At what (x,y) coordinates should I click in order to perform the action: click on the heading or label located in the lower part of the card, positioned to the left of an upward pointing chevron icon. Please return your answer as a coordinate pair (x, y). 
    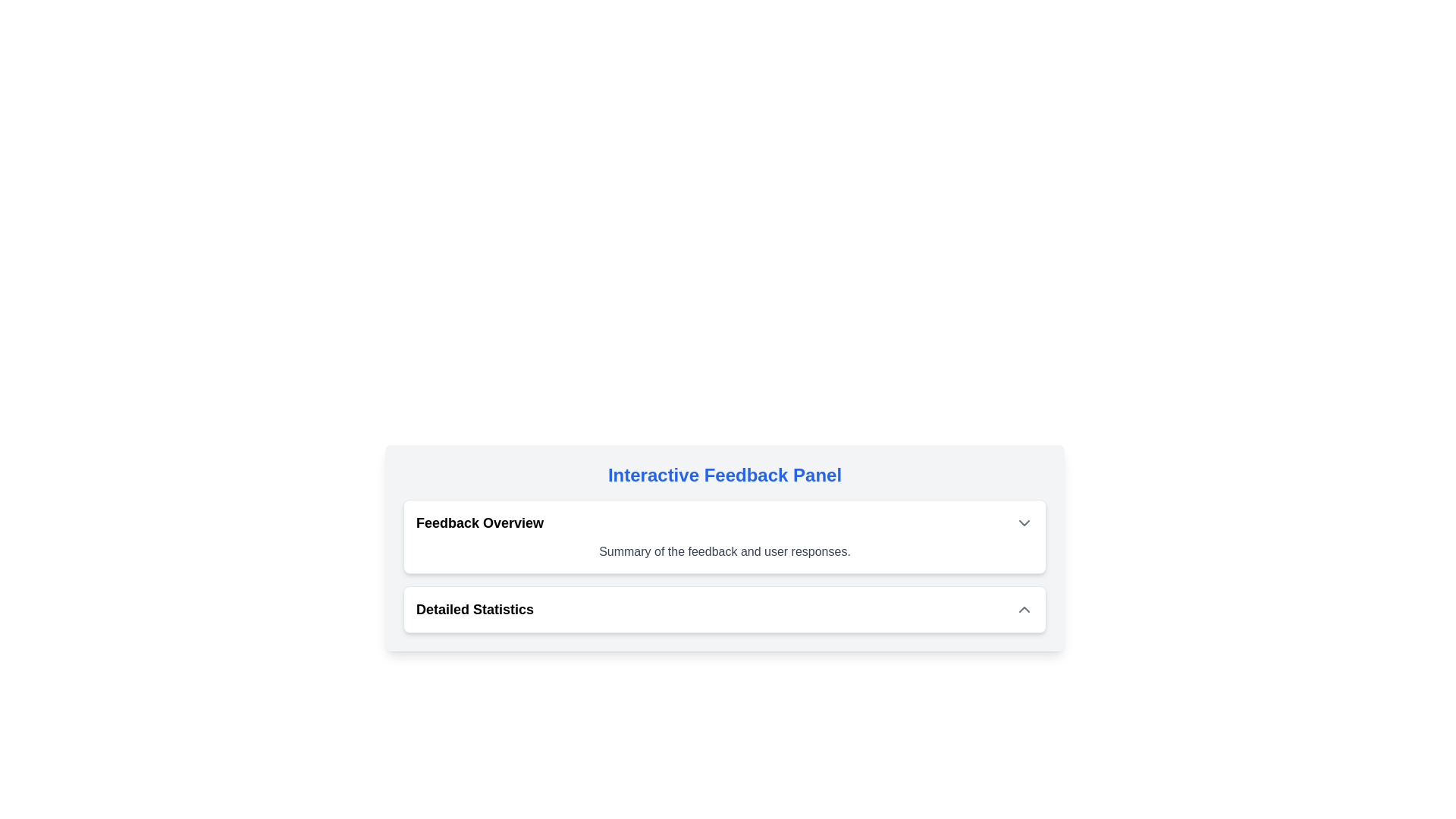
    Looking at the image, I should click on (474, 608).